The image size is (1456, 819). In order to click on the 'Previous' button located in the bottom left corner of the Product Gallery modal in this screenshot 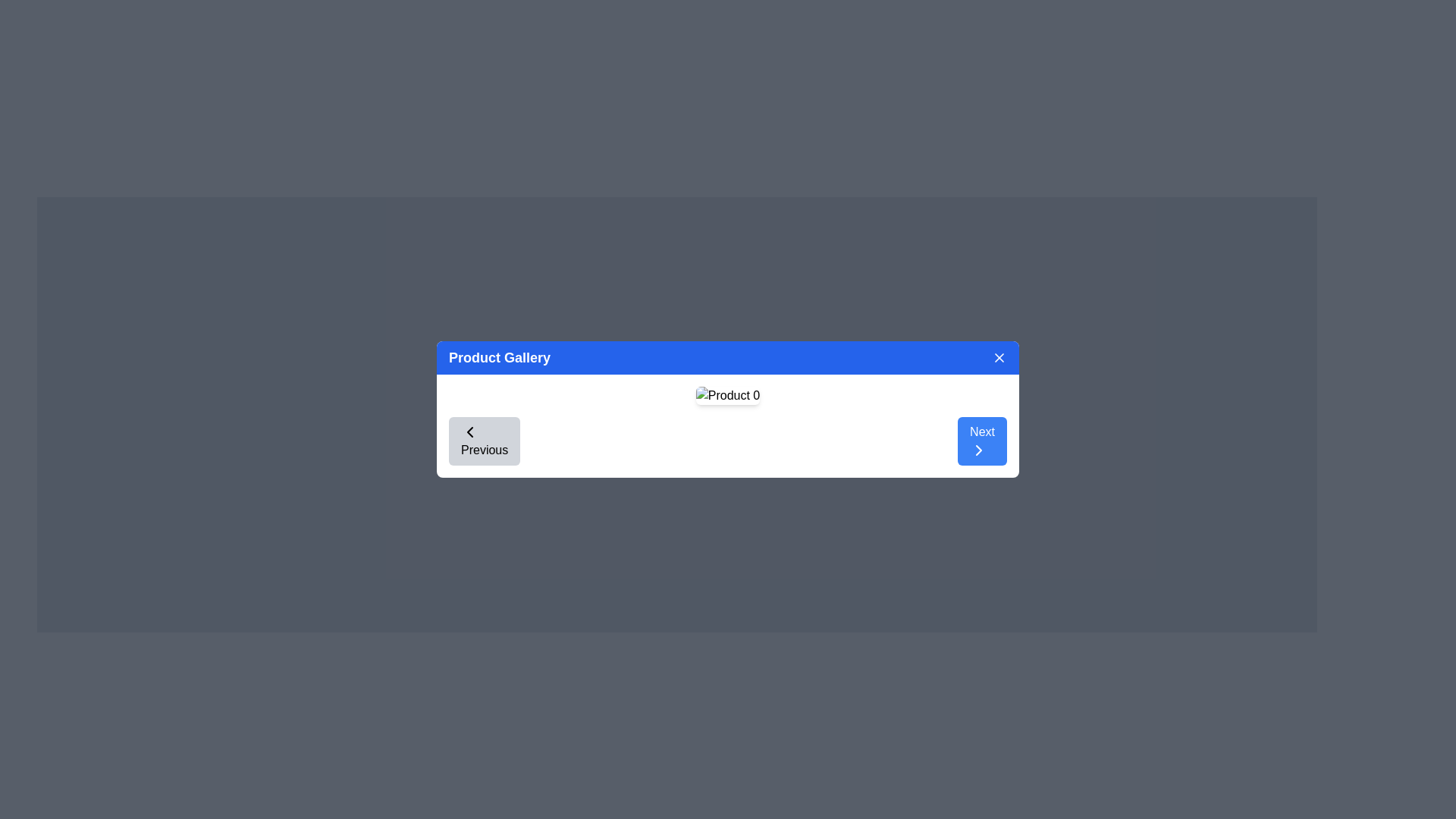, I will do `click(469, 432)`.